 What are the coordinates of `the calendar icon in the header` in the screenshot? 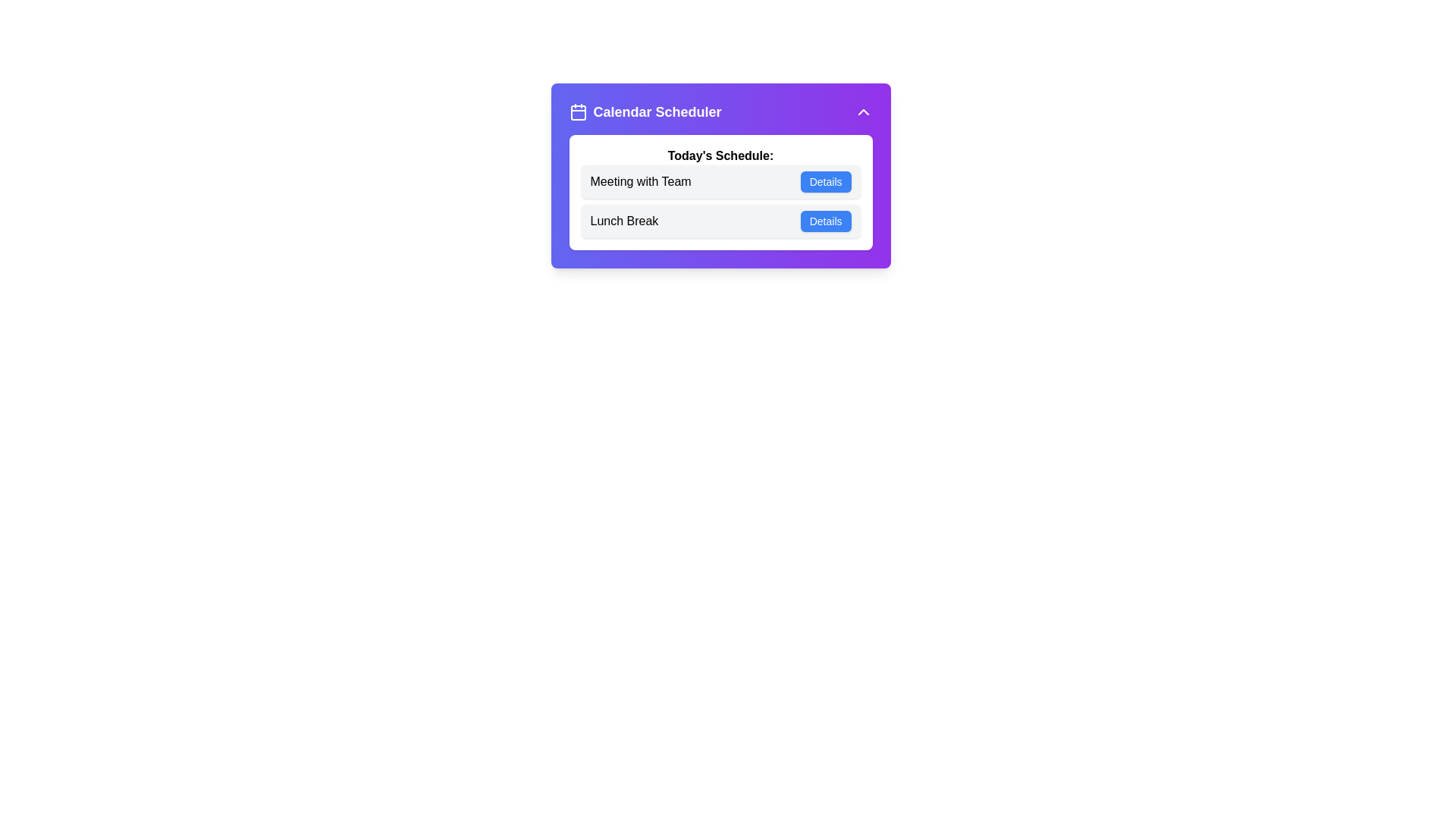 It's located at (577, 111).